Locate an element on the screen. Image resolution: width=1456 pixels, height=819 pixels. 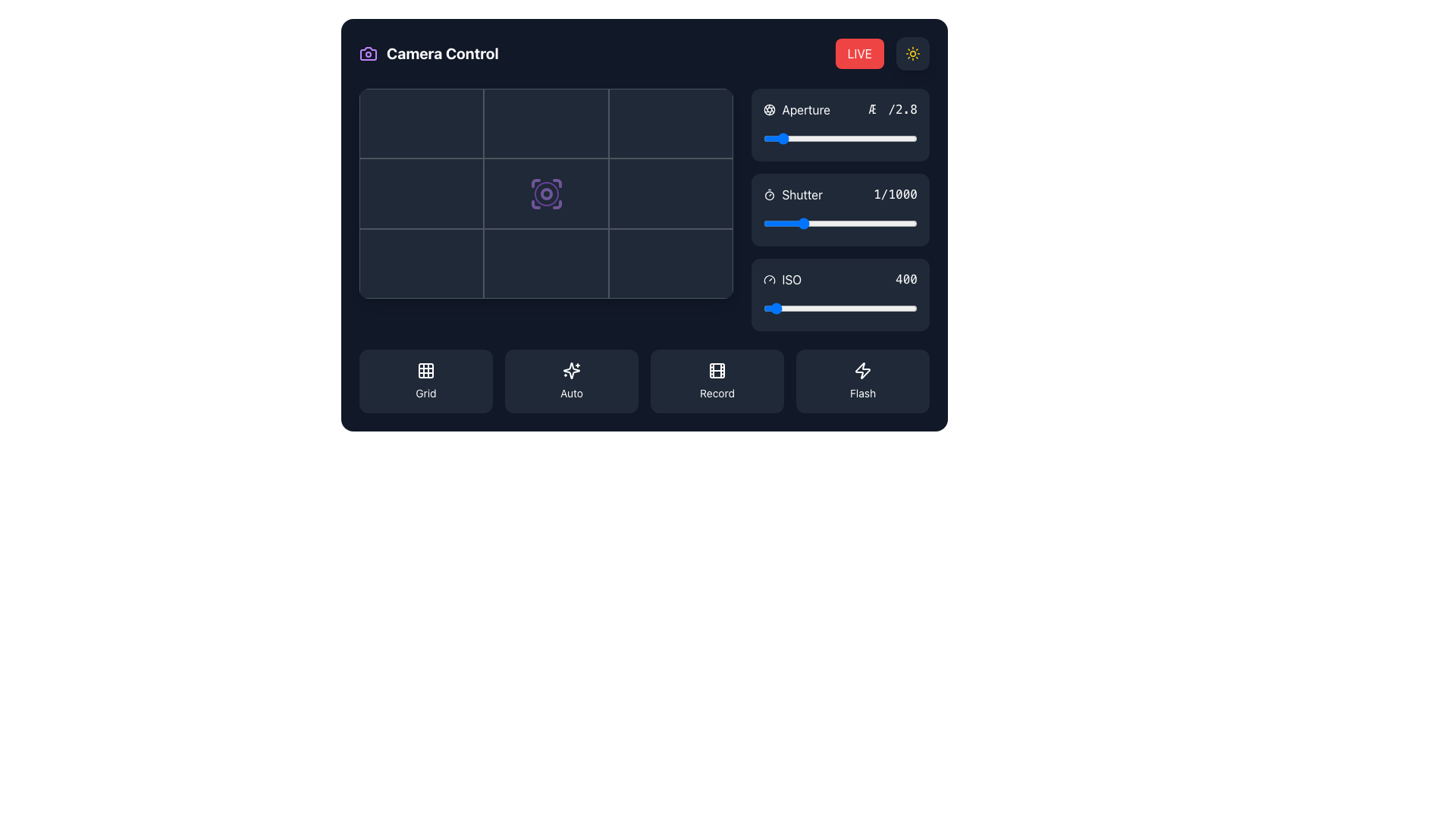
ISO value is located at coordinates (791, 308).